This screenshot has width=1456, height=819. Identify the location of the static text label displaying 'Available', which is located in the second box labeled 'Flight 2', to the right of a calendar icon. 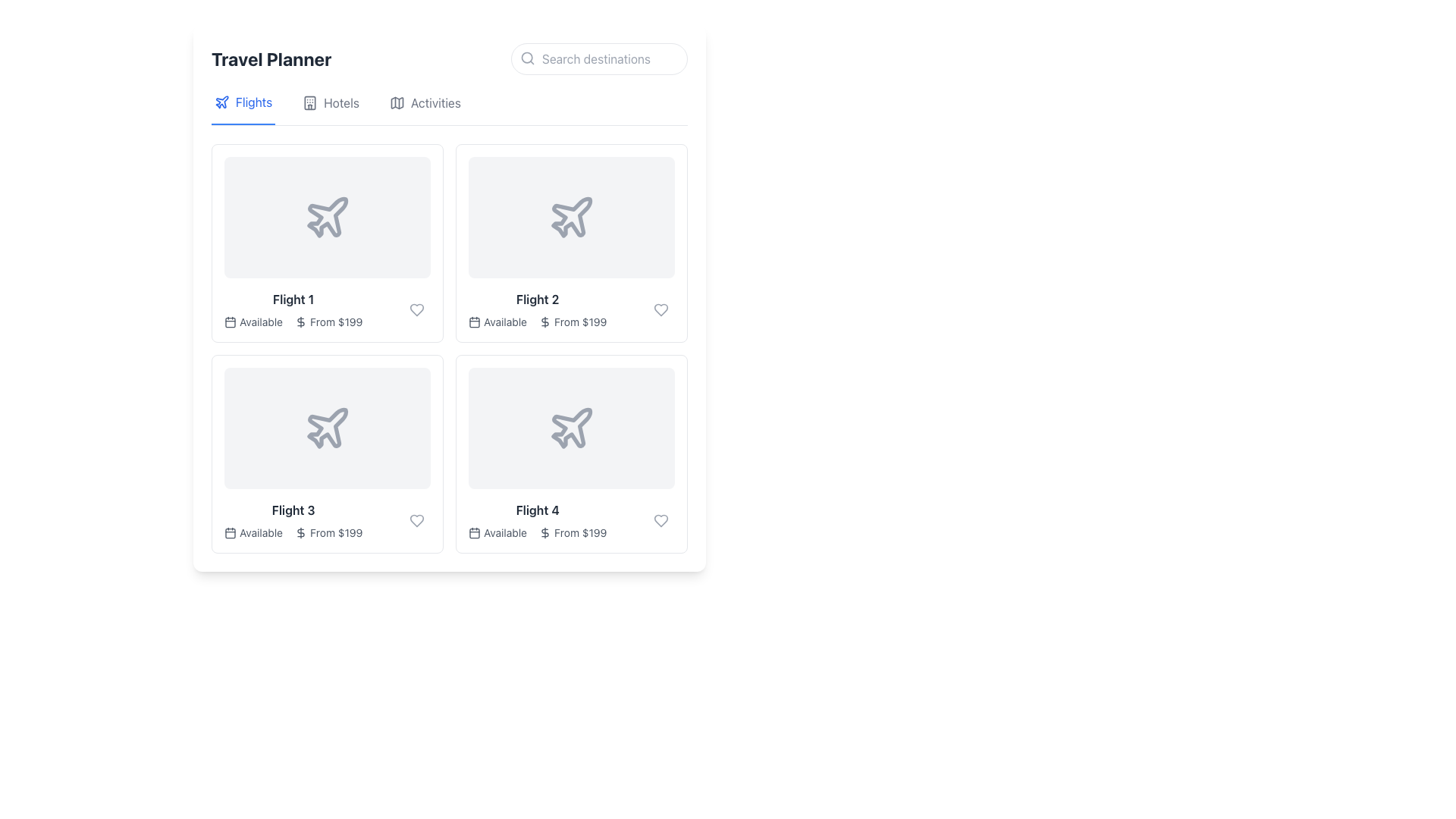
(505, 321).